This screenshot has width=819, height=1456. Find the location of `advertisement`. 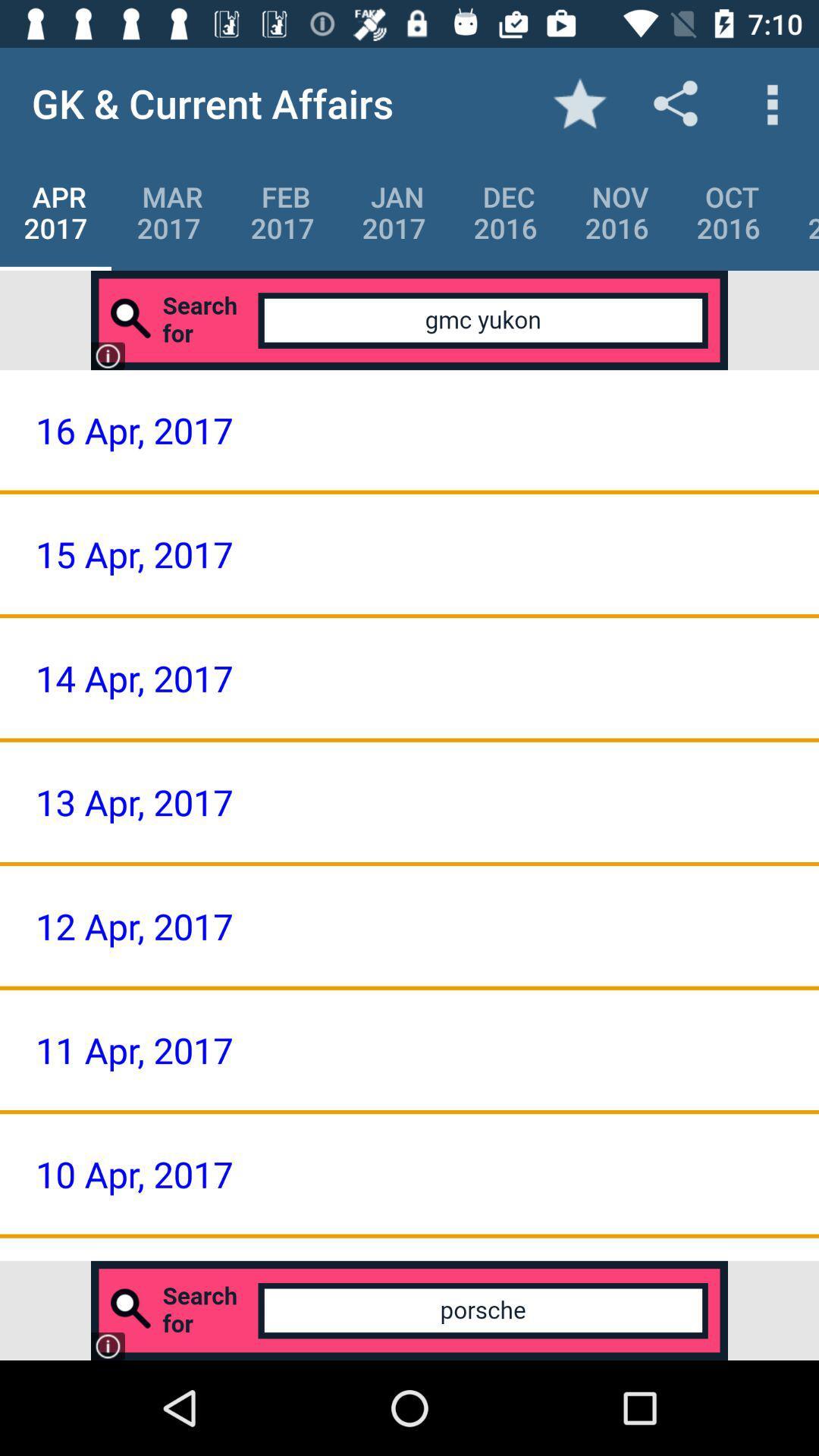

advertisement is located at coordinates (409, 1310).